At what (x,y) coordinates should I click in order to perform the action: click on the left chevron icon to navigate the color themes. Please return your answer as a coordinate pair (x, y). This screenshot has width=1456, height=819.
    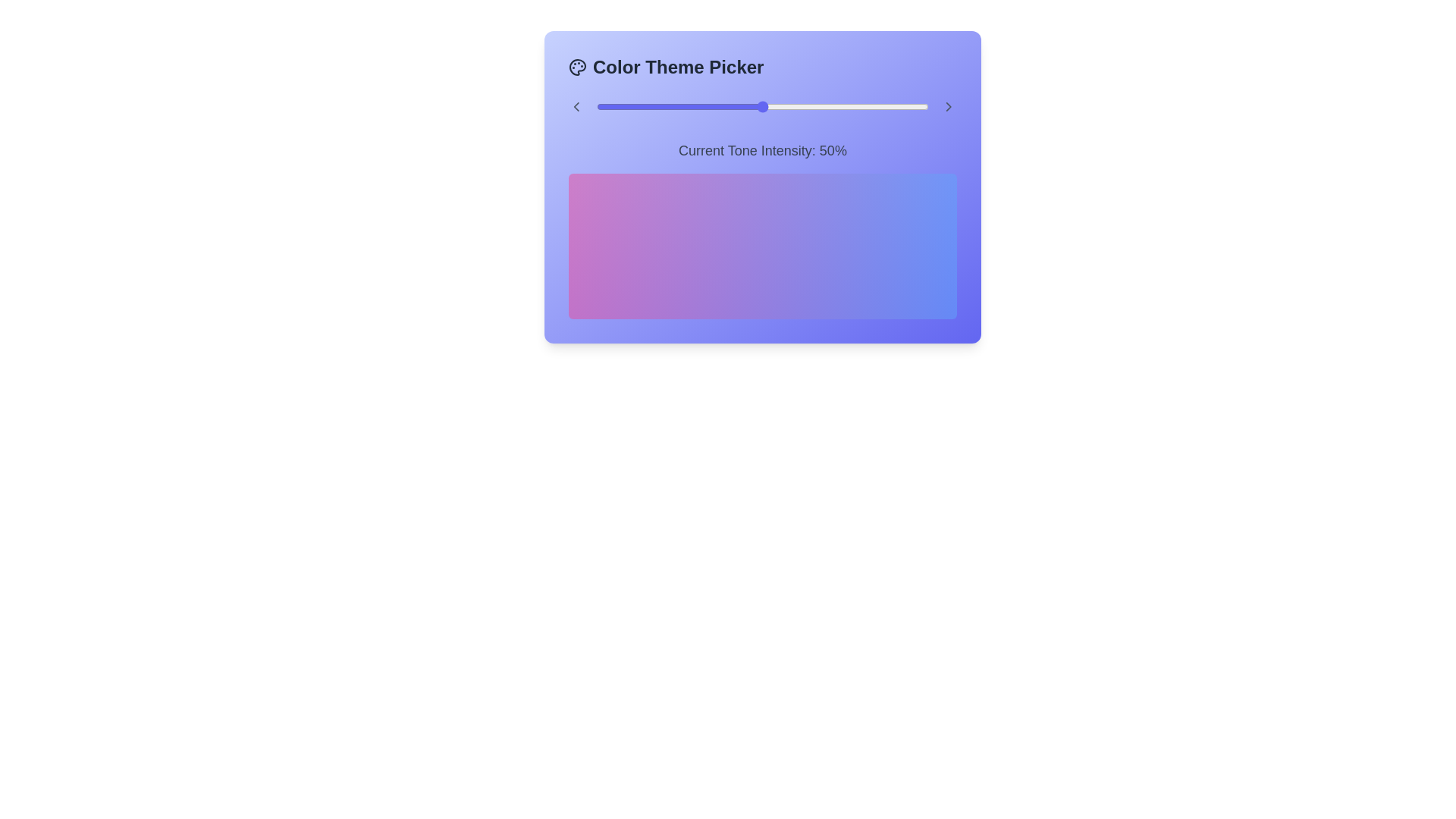
    Looking at the image, I should click on (575, 106).